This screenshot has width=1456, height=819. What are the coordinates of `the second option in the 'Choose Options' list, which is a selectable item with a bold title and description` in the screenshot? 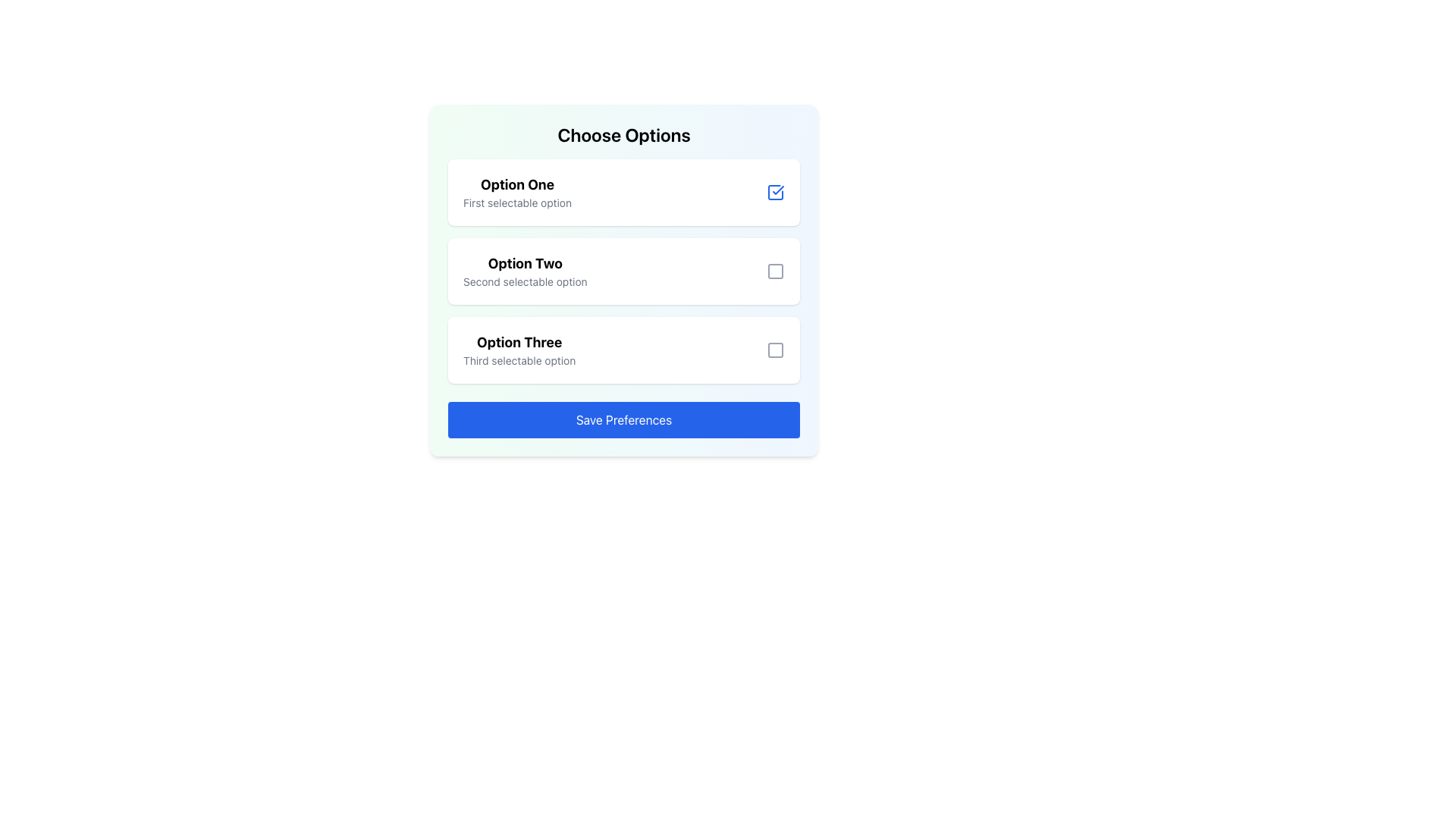 It's located at (623, 271).